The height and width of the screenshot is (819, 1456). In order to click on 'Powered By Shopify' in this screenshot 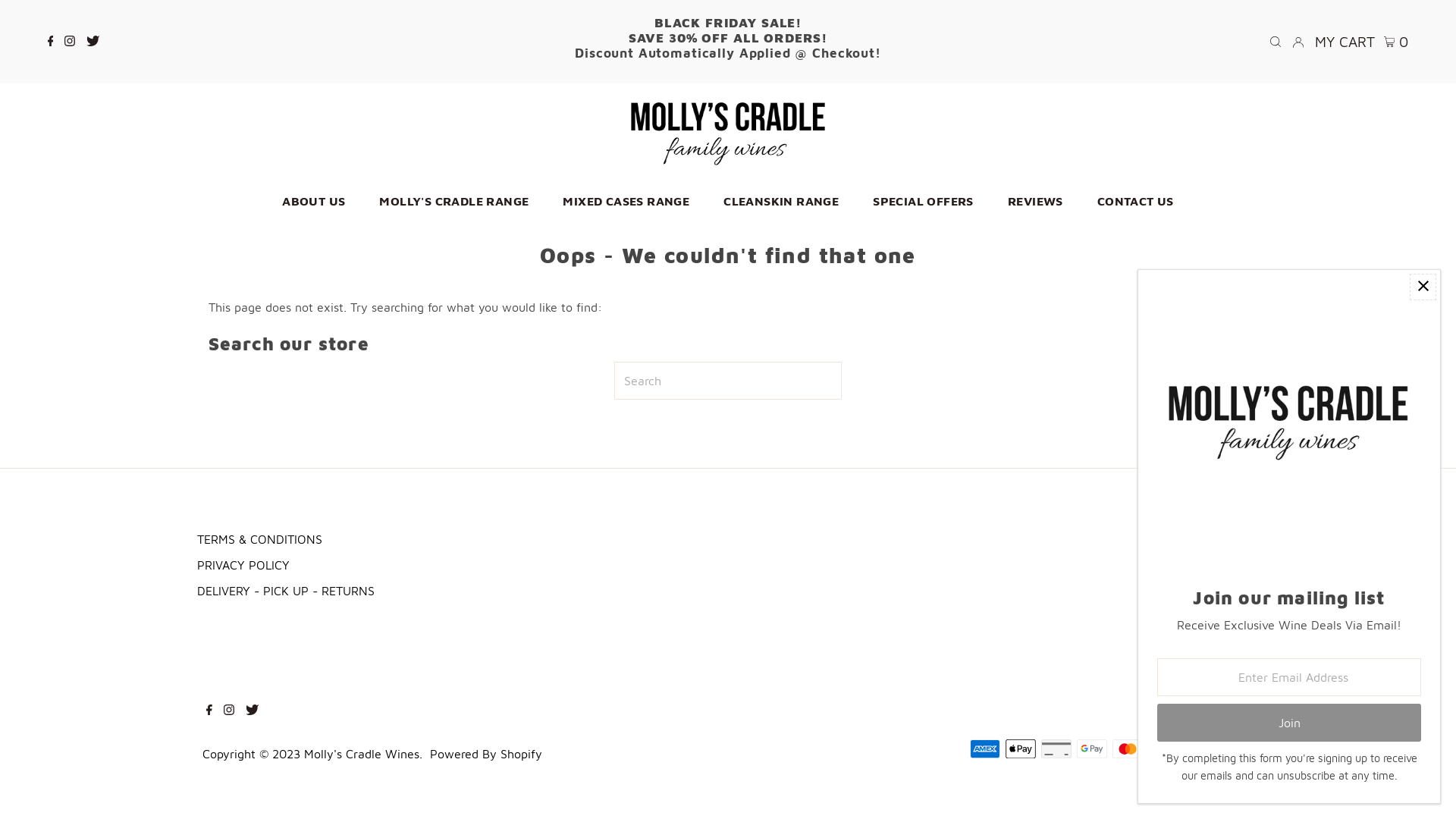, I will do `click(486, 754)`.